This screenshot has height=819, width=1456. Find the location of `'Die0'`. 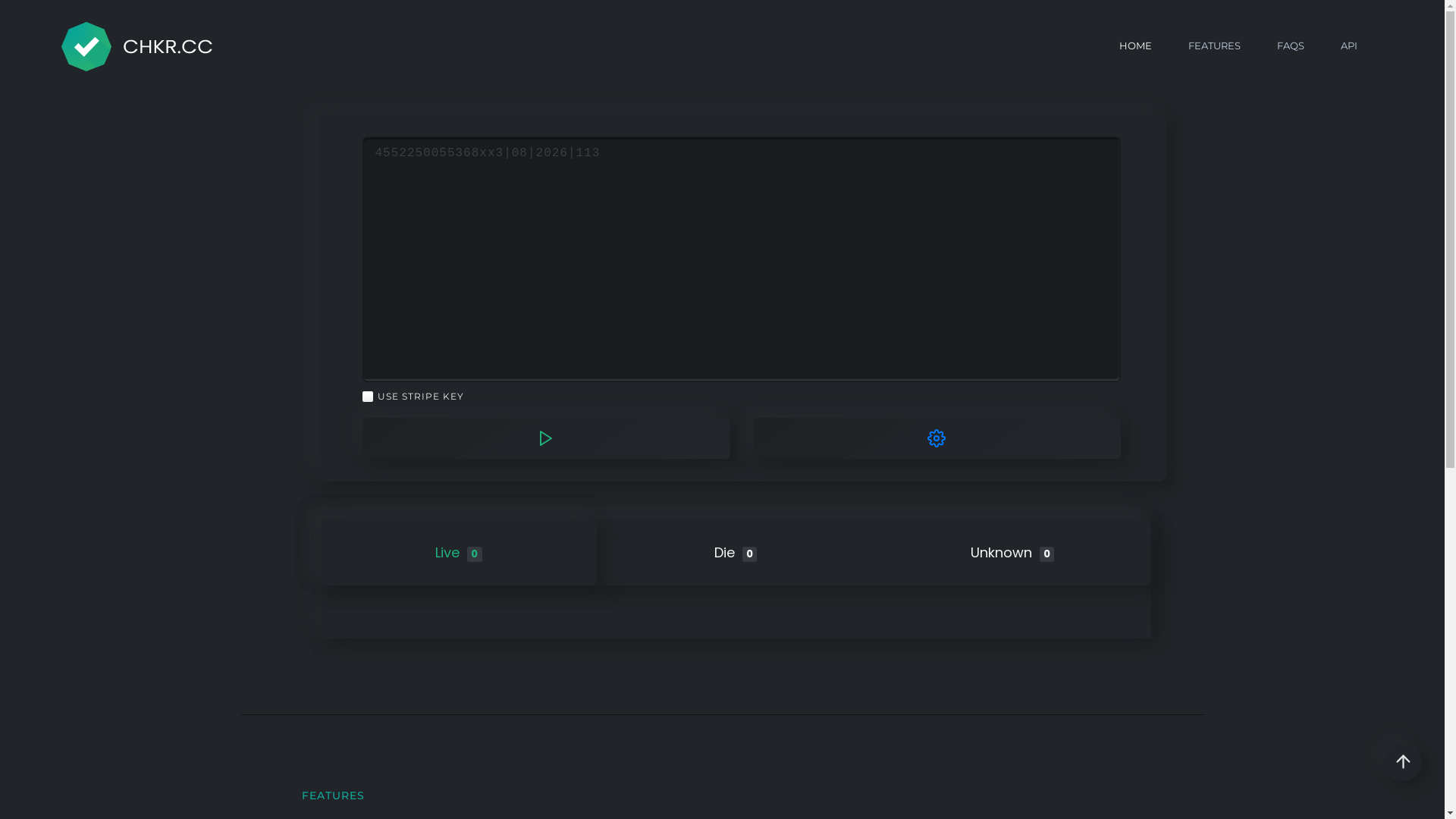

'Die0' is located at coordinates (736, 552).